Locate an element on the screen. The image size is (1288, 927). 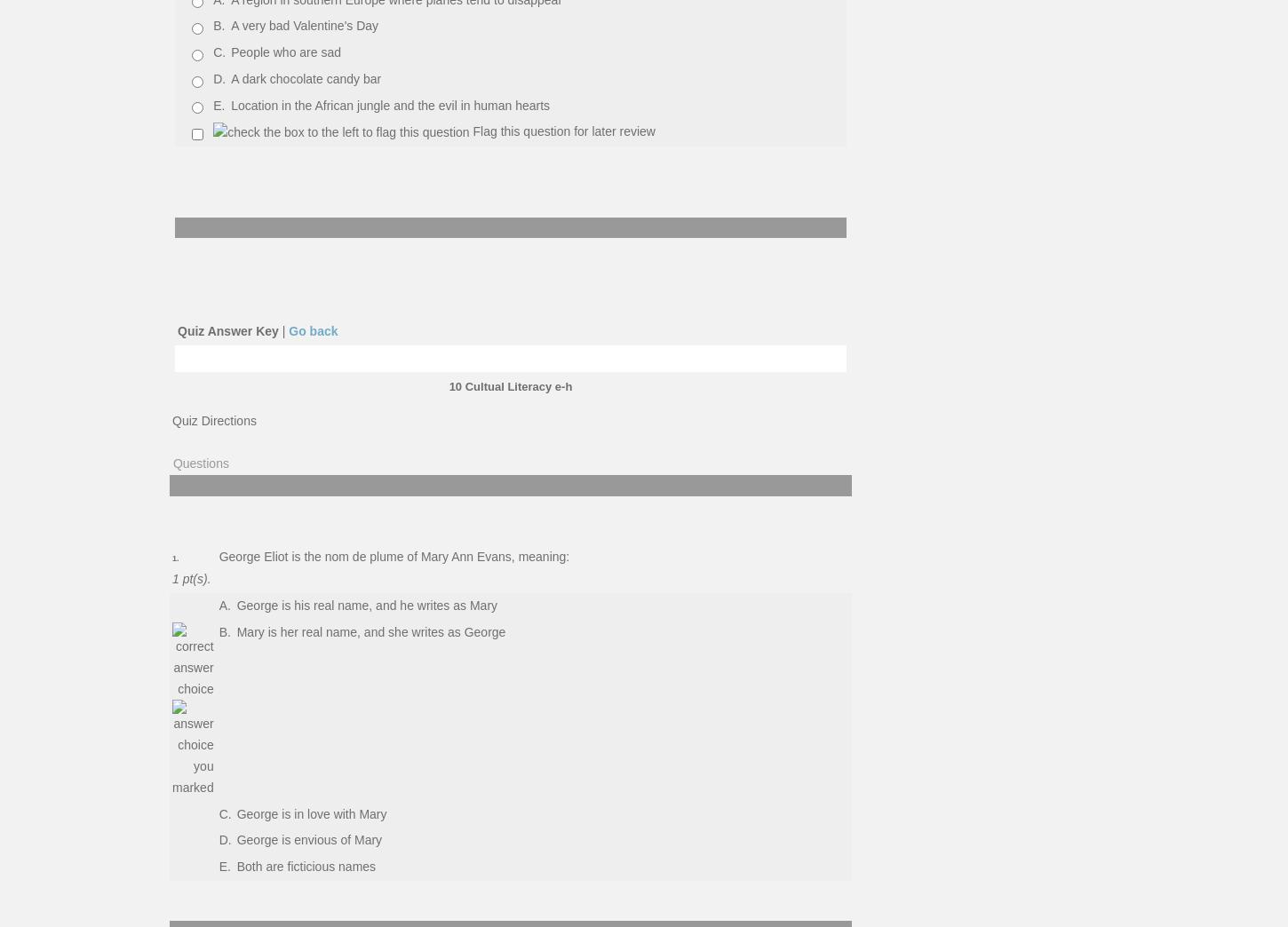
'Flag this question for later review' is located at coordinates (562, 131).